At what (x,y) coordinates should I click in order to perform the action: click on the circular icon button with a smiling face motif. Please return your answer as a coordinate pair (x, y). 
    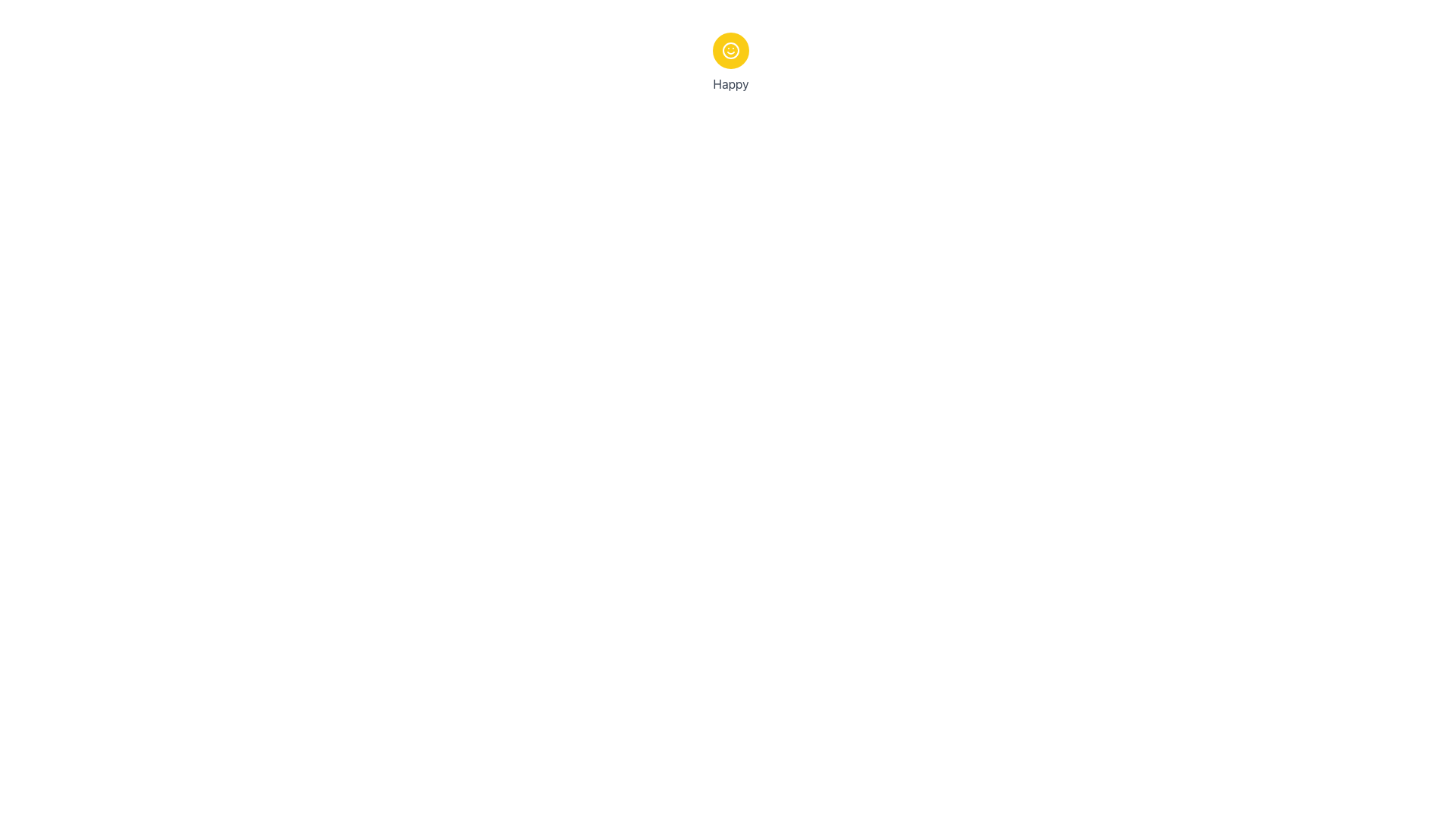
    Looking at the image, I should click on (731, 49).